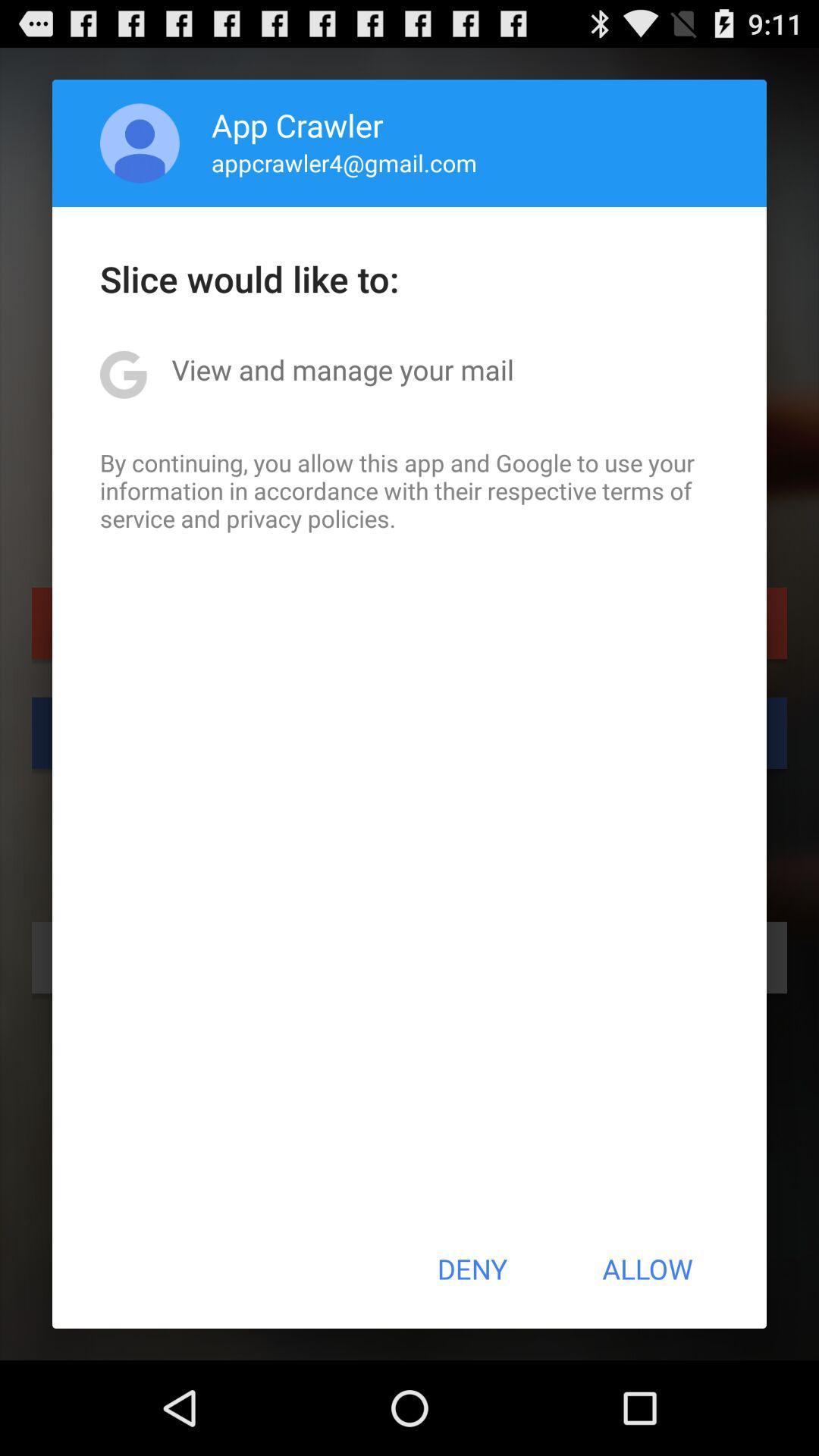 This screenshot has width=819, height=1456. What do you see at coordinates (471, 1269) in the screenshot?
I see `icon to the left of the allow item` at bounding box center [471, 1269].